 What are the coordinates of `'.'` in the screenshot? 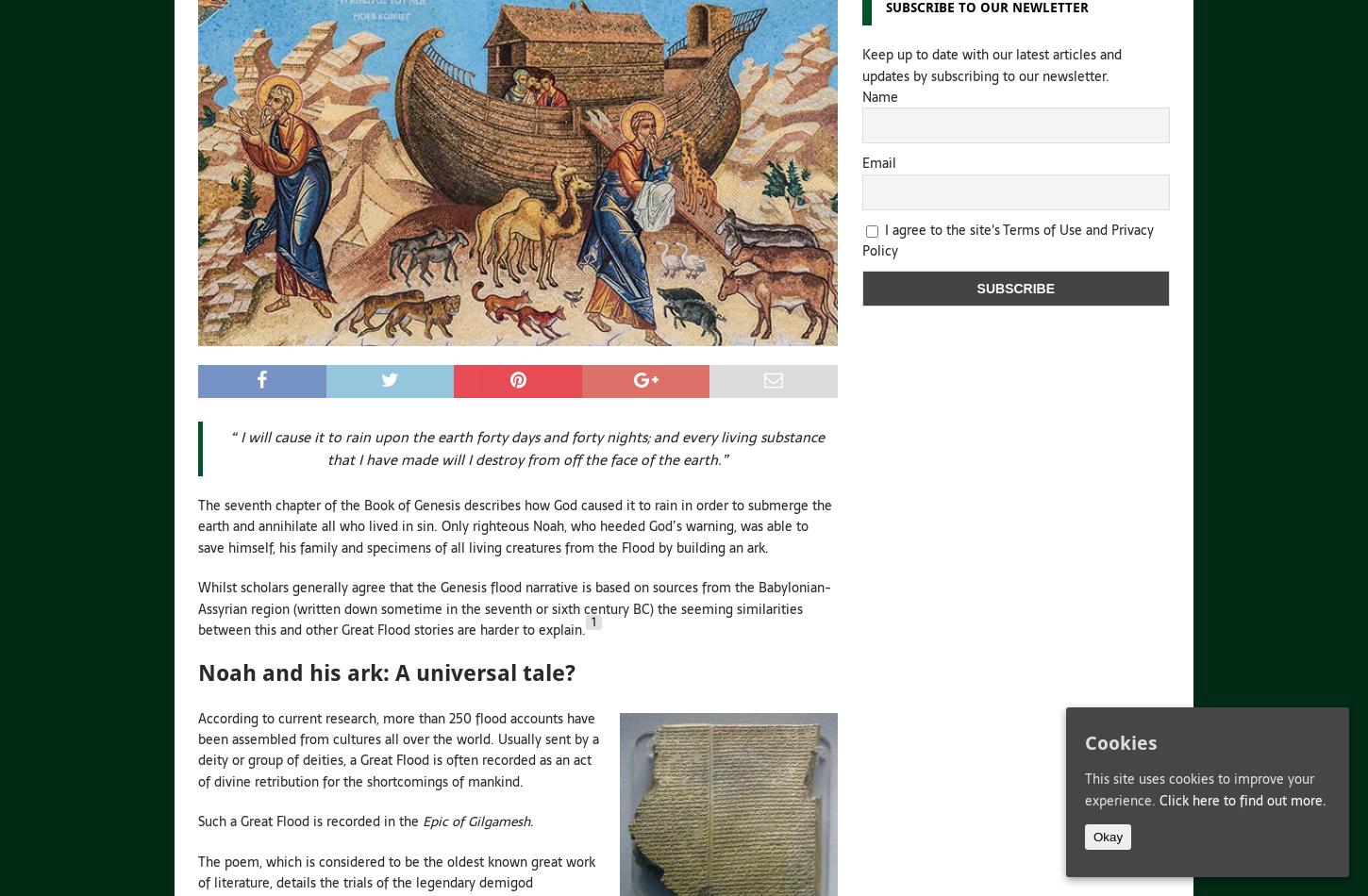 It's located at (532, 820).